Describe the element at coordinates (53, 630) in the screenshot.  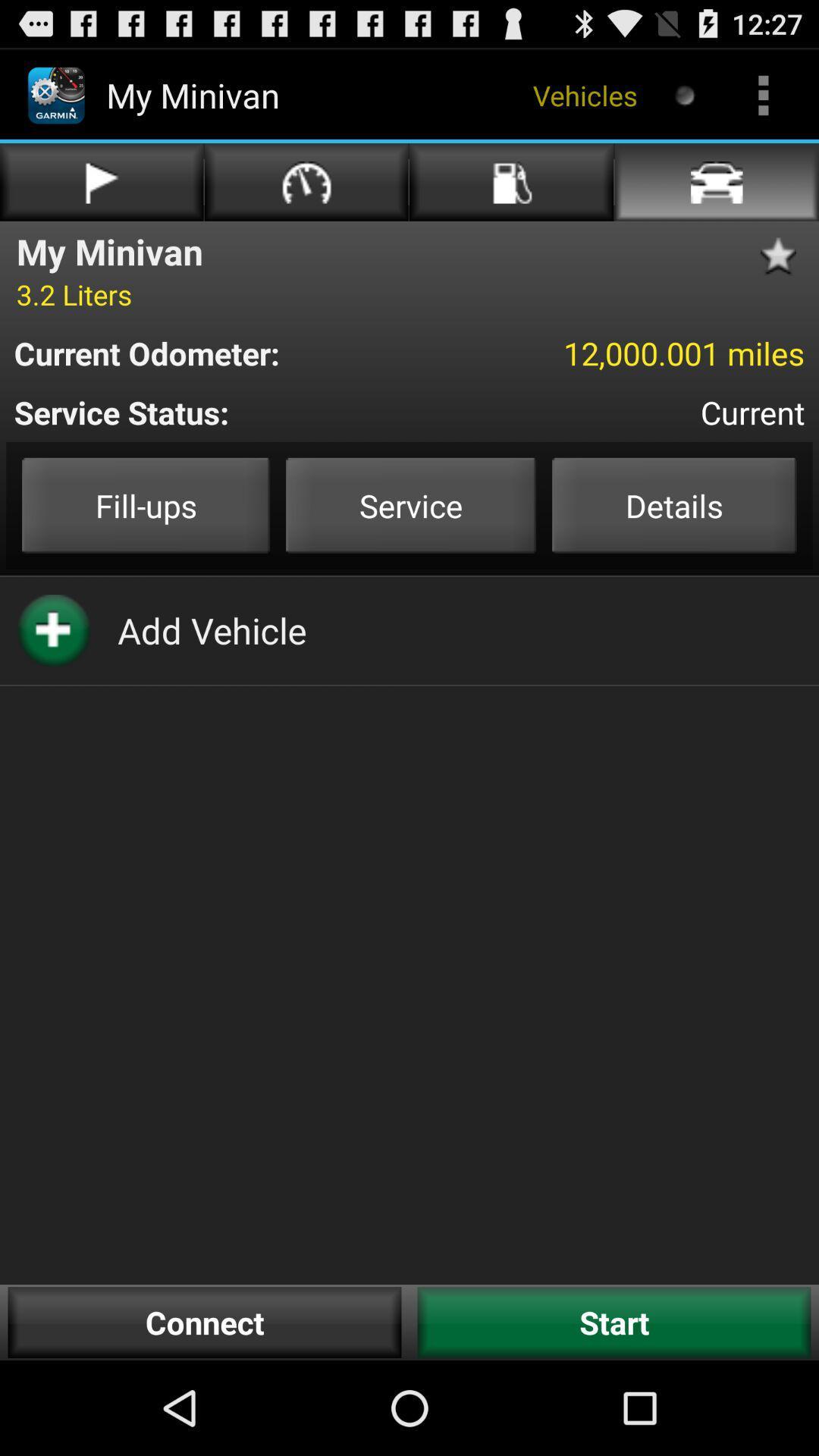
I see `plus icon` at that location.